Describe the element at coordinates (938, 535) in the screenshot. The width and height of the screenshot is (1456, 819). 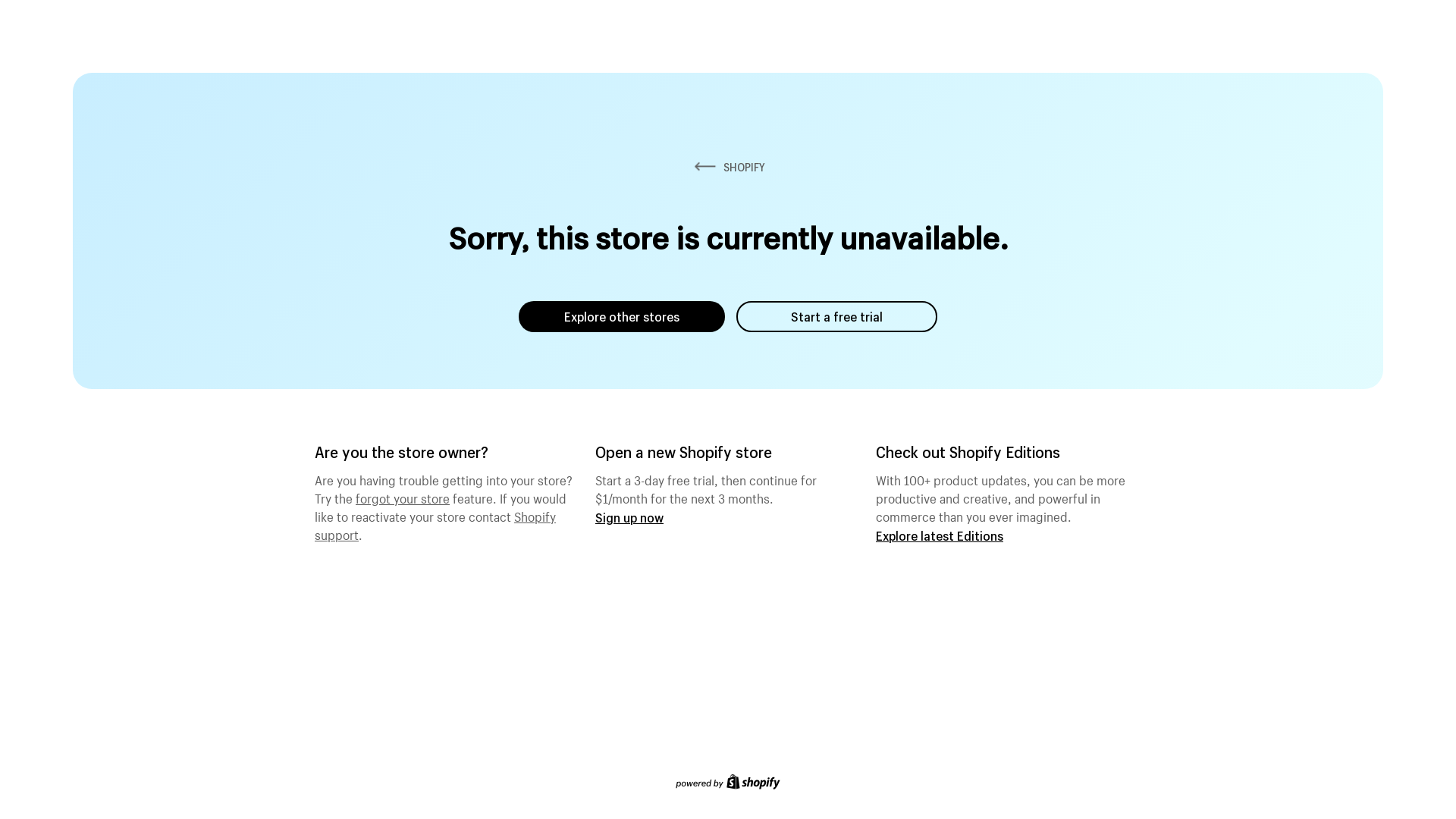
I see `'Explore latest Editions'` at that location.